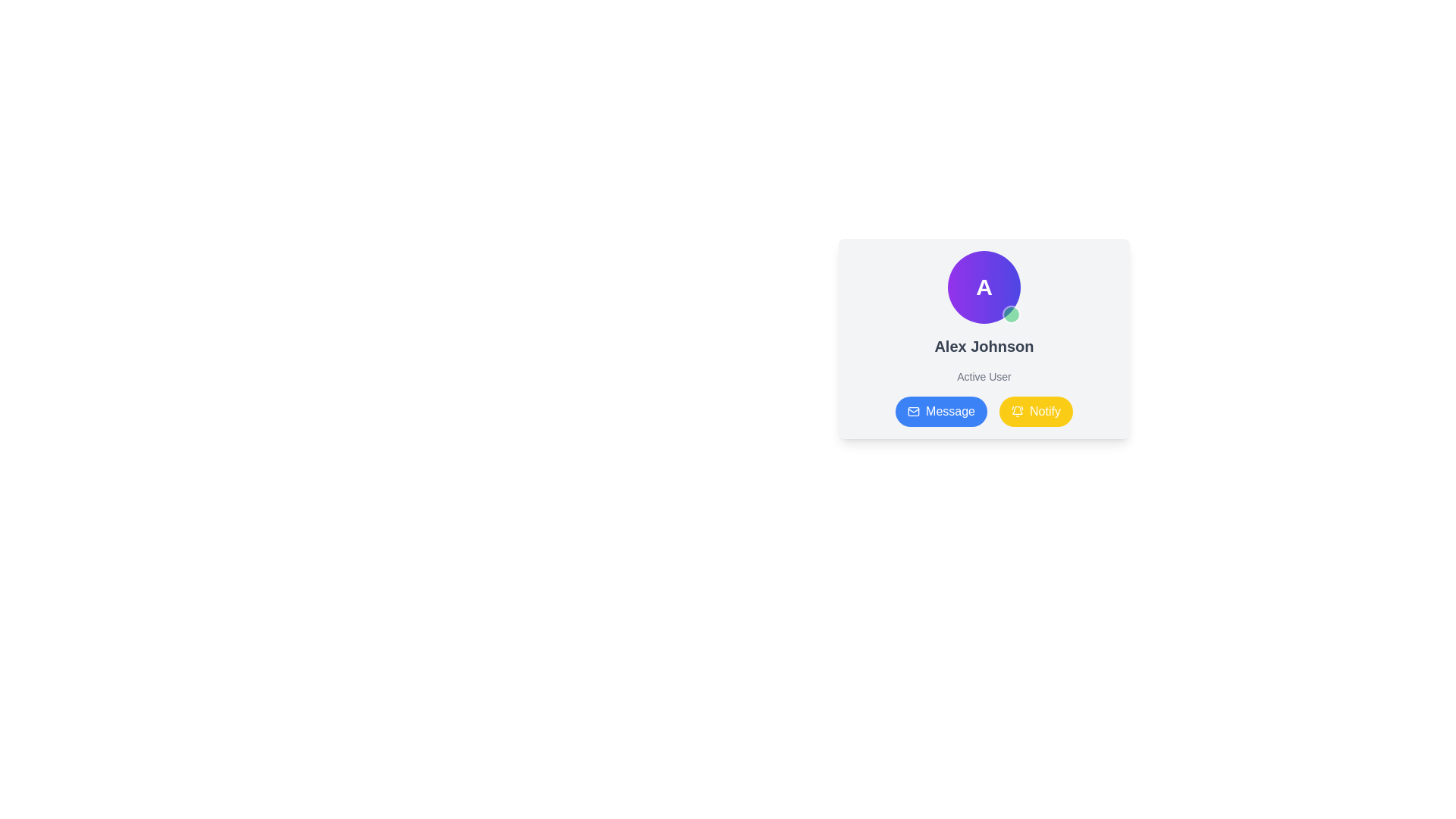 Image resolution: width=1456 pixels, height=819 pixels. What do you see at coordinates (912, 412) in the screenshot?
I see `the inner rectangle of the envelope-shaped icon located within the blue 'Message' button below Alex Johnson's profile information` at bounding box center [912, 412].